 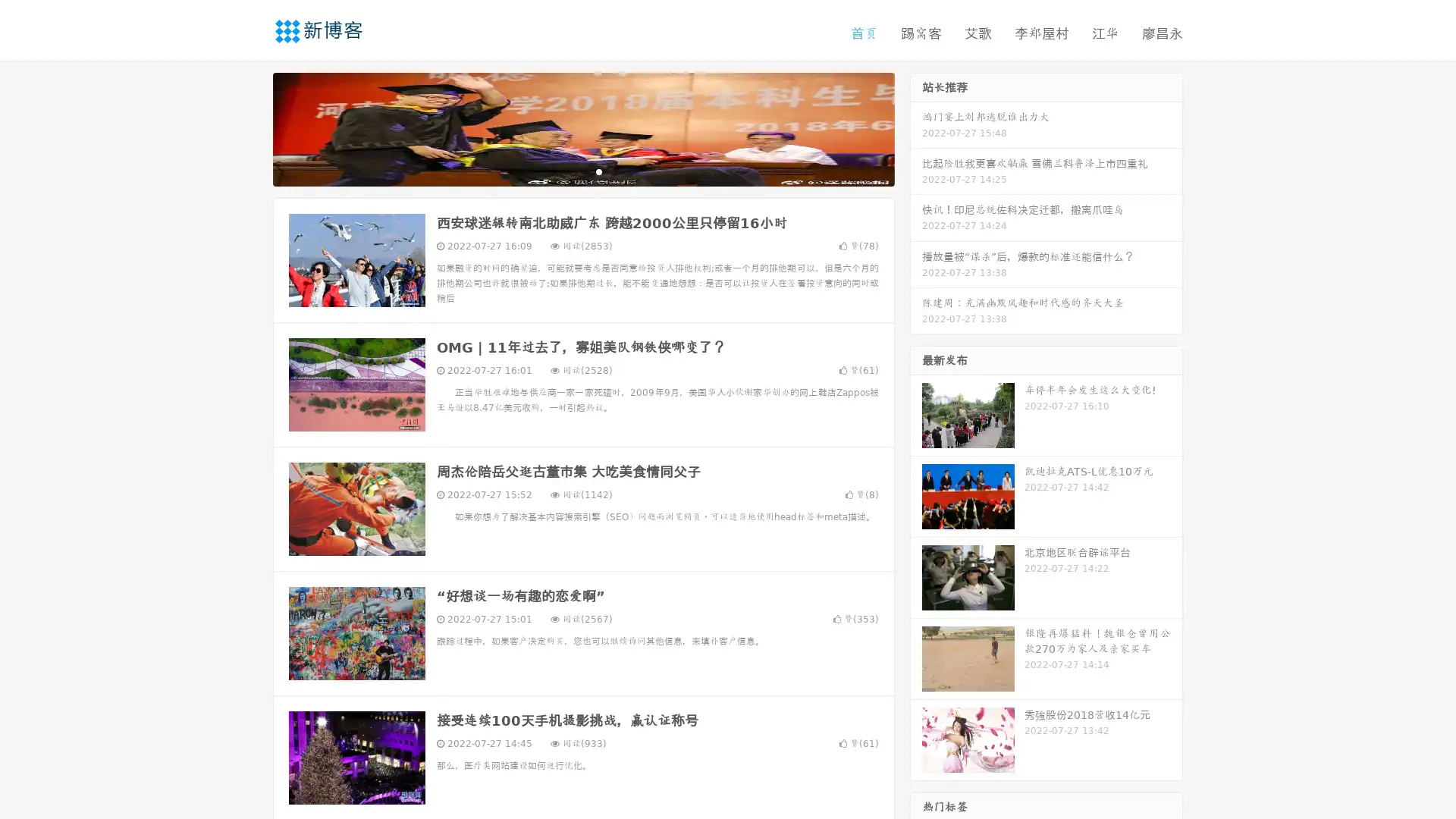 What do you see at coordinates (250, 127) in the screenshot?
I see `Previous slide` at bounding box center [250, 127].